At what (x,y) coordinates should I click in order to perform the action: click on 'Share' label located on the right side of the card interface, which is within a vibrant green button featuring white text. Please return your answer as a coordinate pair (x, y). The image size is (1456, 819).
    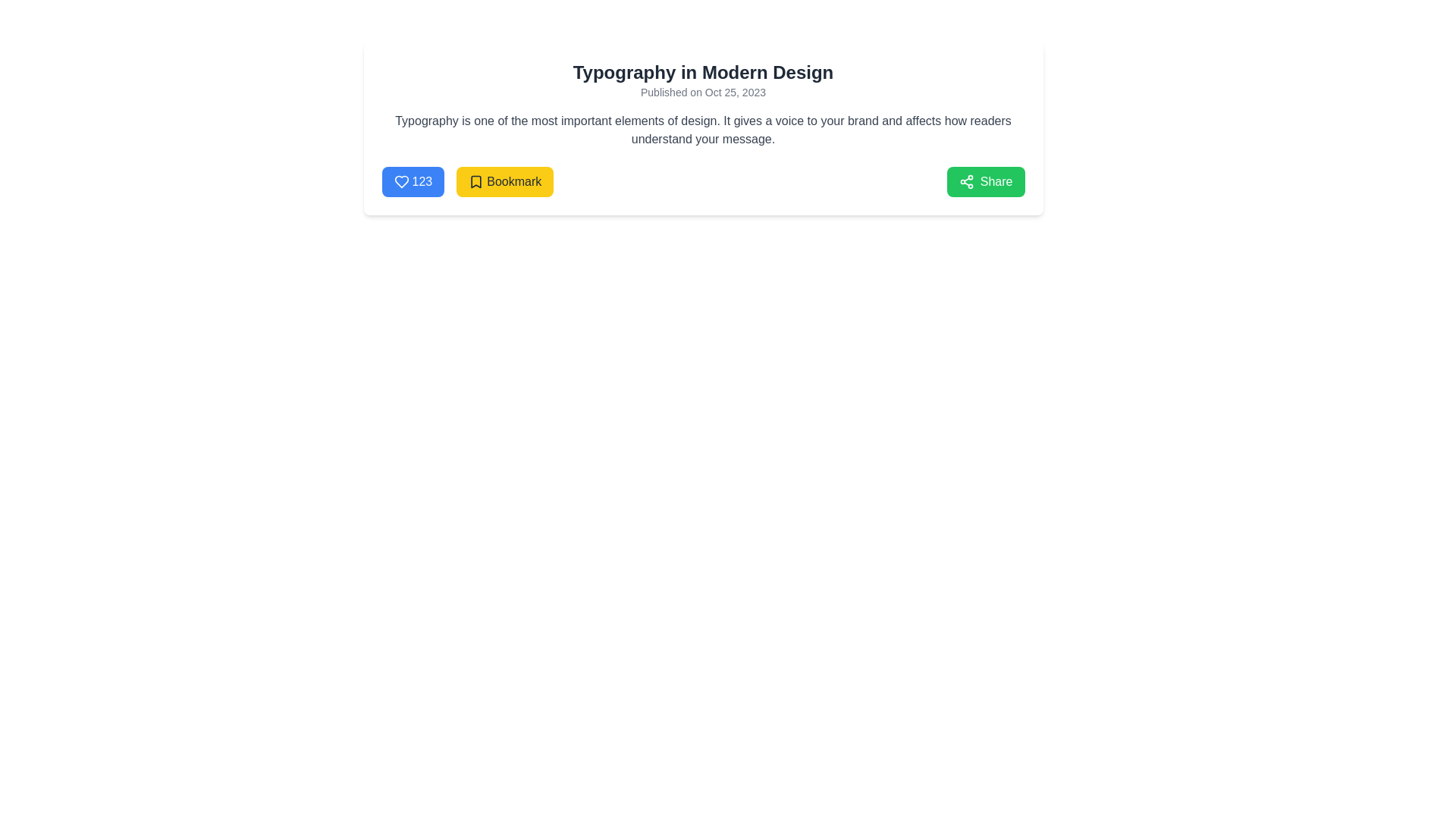
    Looking at the image, I should click on (996, 180).